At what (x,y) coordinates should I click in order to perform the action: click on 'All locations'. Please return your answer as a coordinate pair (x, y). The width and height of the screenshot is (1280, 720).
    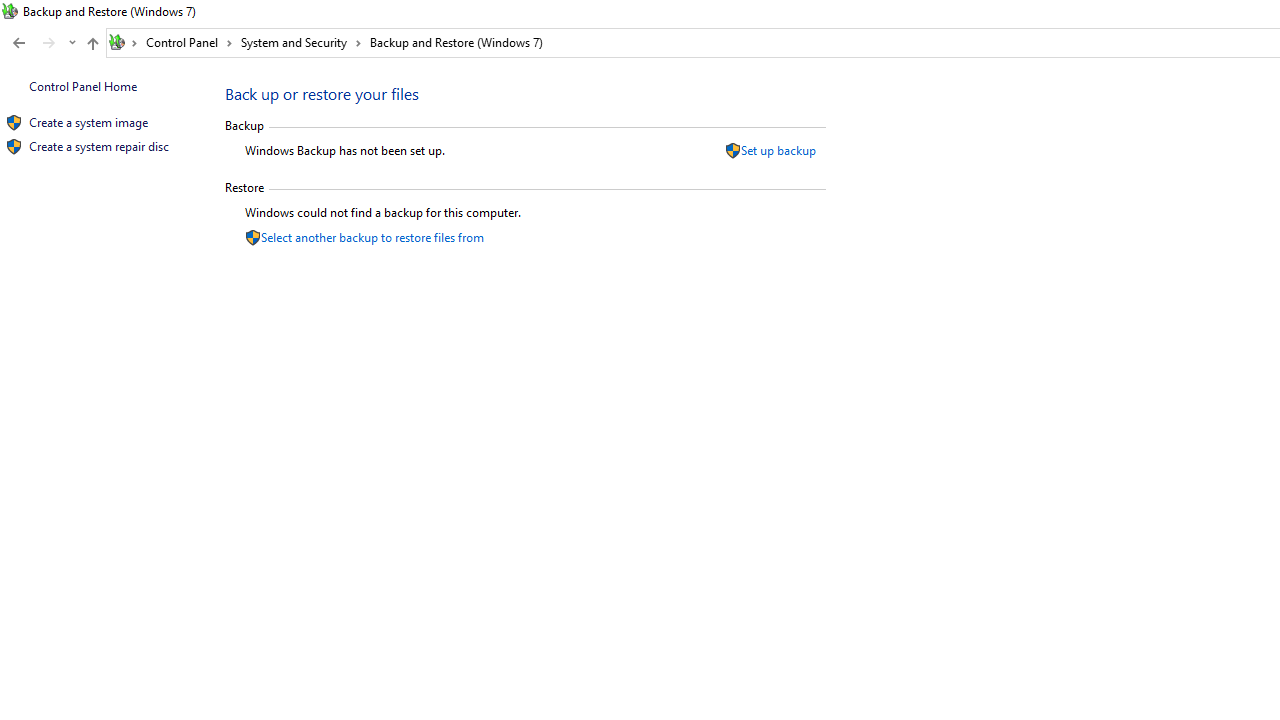
    Looking at the image, I should click on (123, 42).